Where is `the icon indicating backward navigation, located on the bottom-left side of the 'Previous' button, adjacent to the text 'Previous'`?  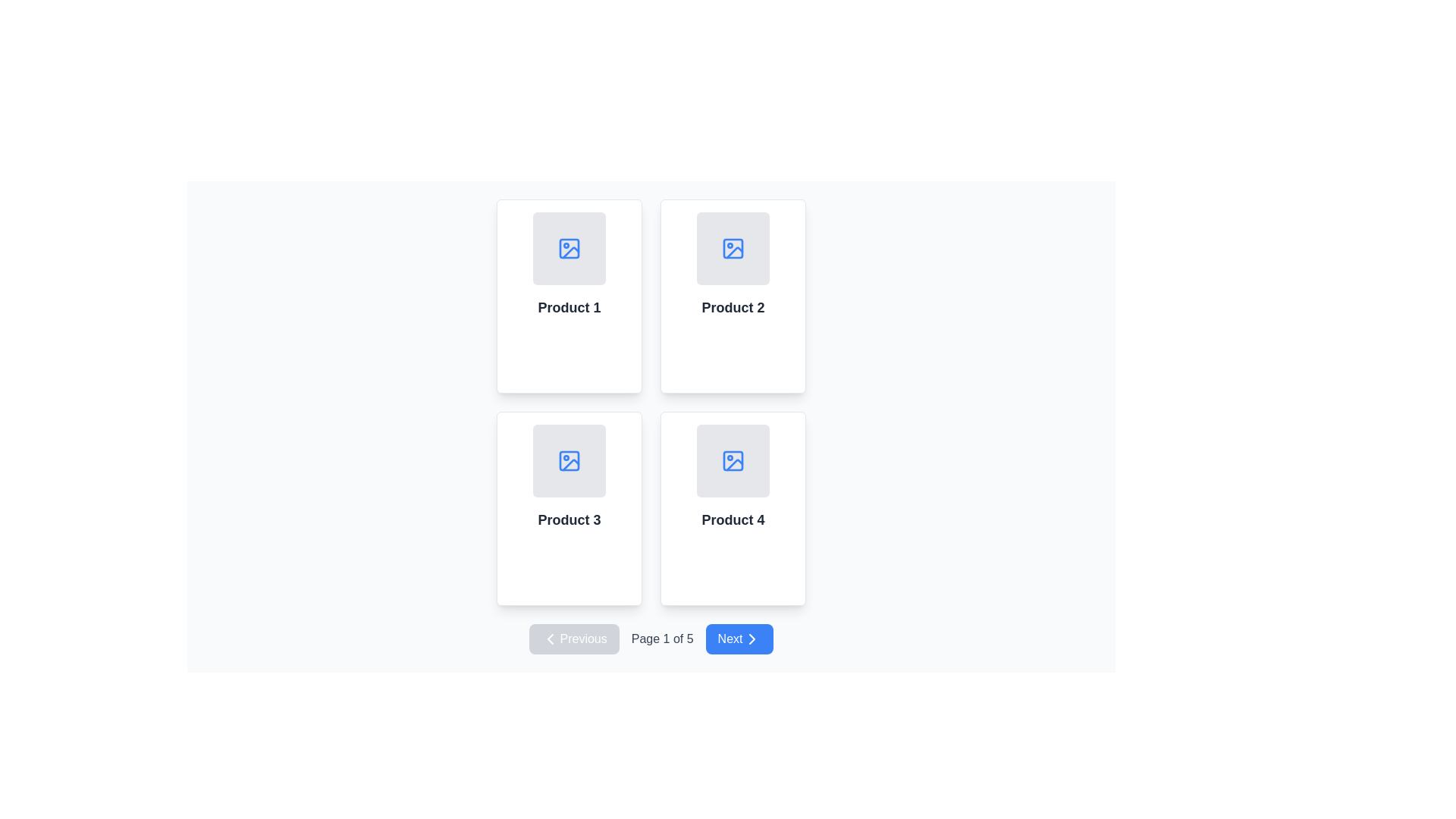 the icon indicating backward navigation, located on the bottom-left side of the 'Previous' button, adjacent to the text 'Previous' is located at coordinates (550, 639).